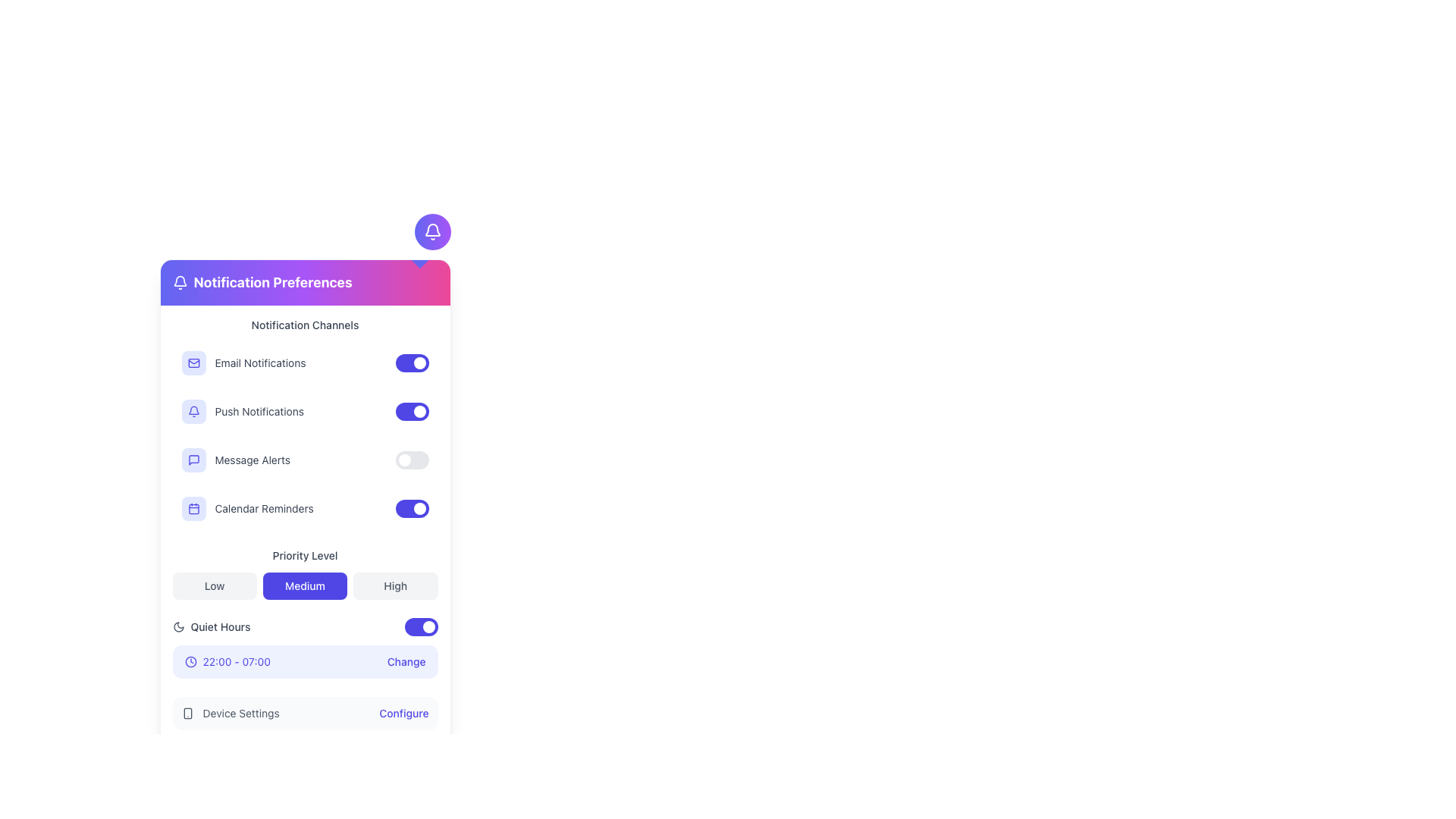 This screenshot has width=1456, height=819. I want to click on the button located to the right side of the 'Device Settings' label at the bottom of the interface, so click(403, 714).